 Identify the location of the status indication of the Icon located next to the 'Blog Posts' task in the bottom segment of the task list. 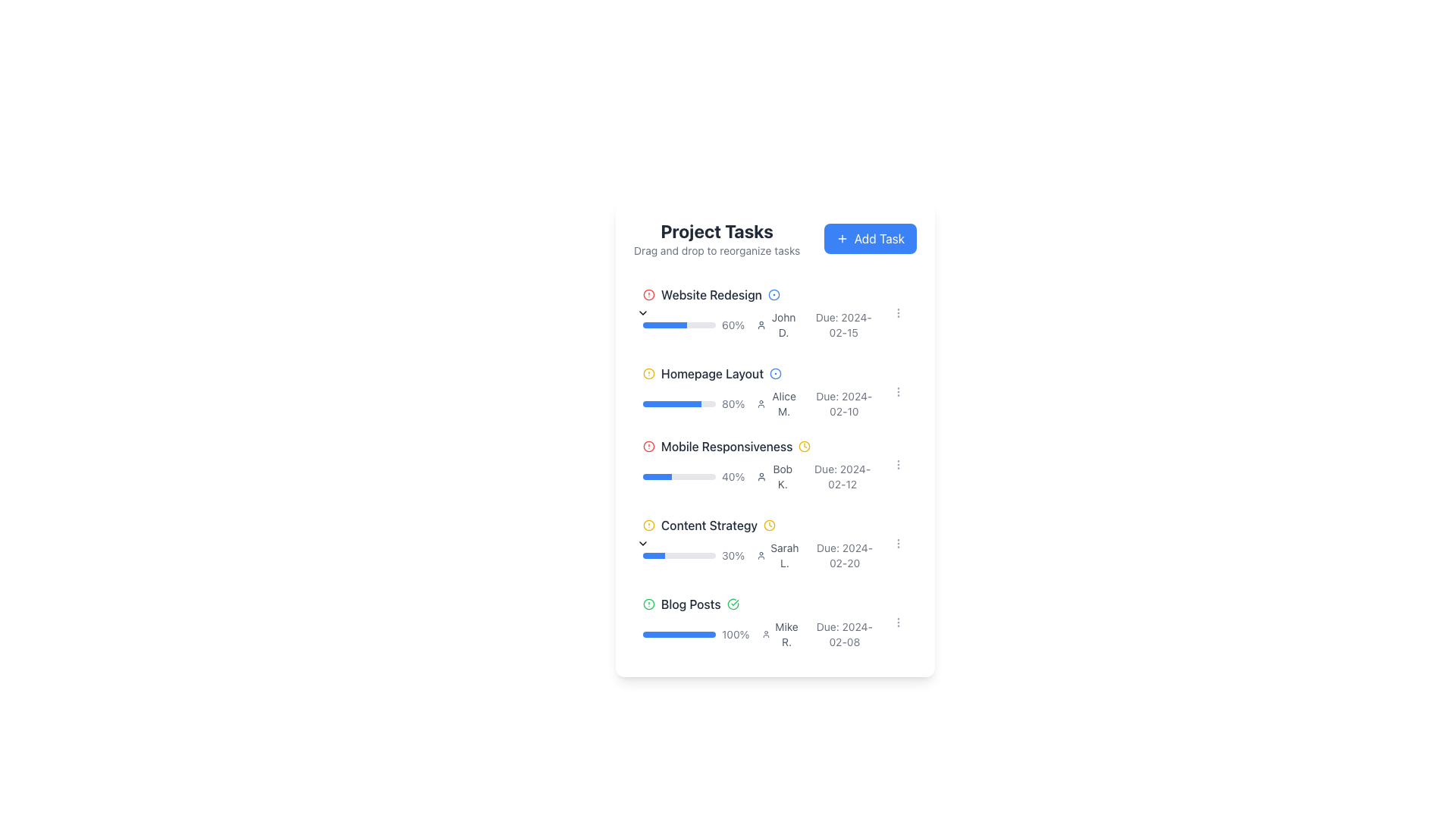
(648, 604).